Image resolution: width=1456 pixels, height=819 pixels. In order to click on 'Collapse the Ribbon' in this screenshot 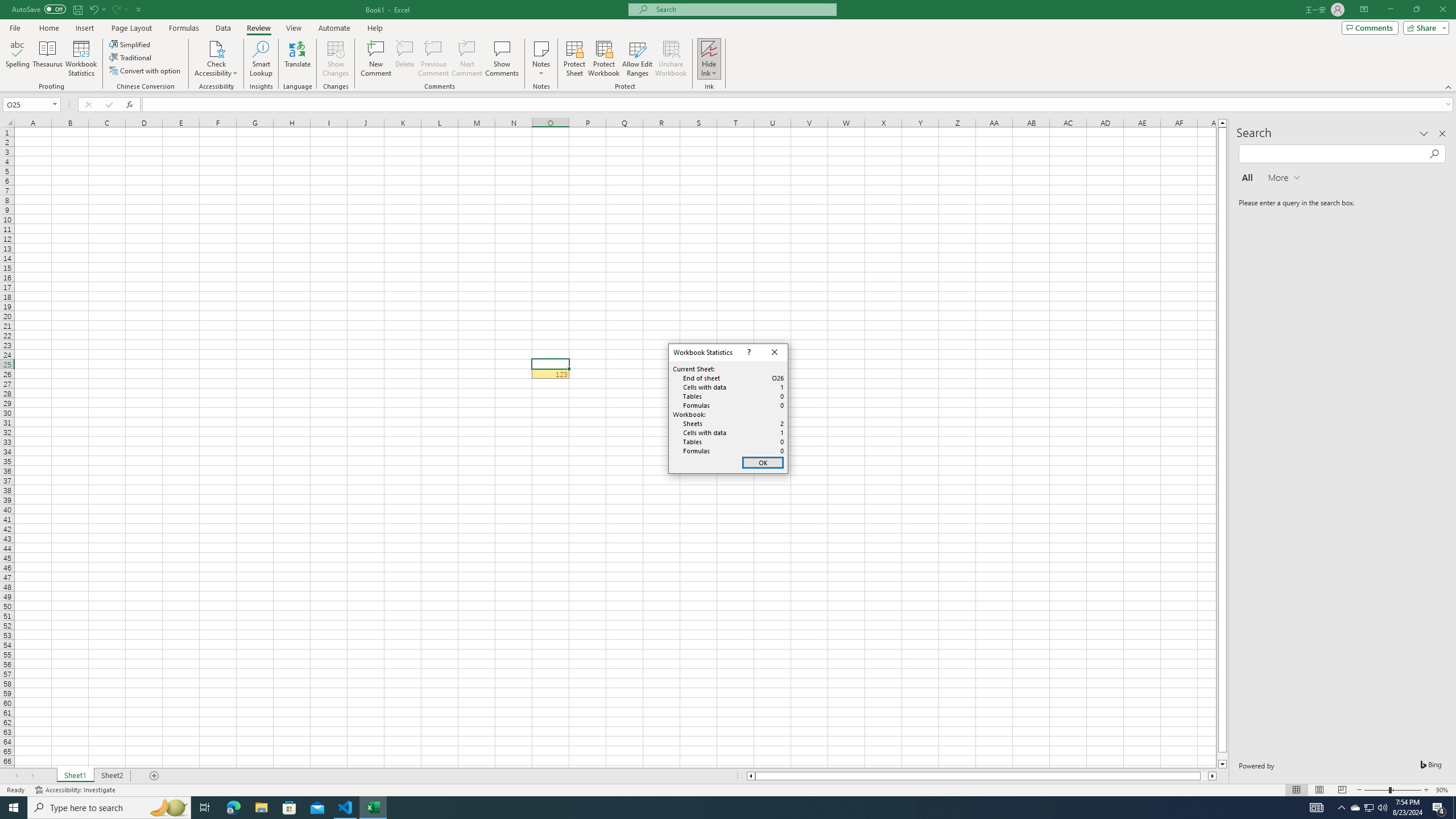, I will do `click(1449, 87)`.